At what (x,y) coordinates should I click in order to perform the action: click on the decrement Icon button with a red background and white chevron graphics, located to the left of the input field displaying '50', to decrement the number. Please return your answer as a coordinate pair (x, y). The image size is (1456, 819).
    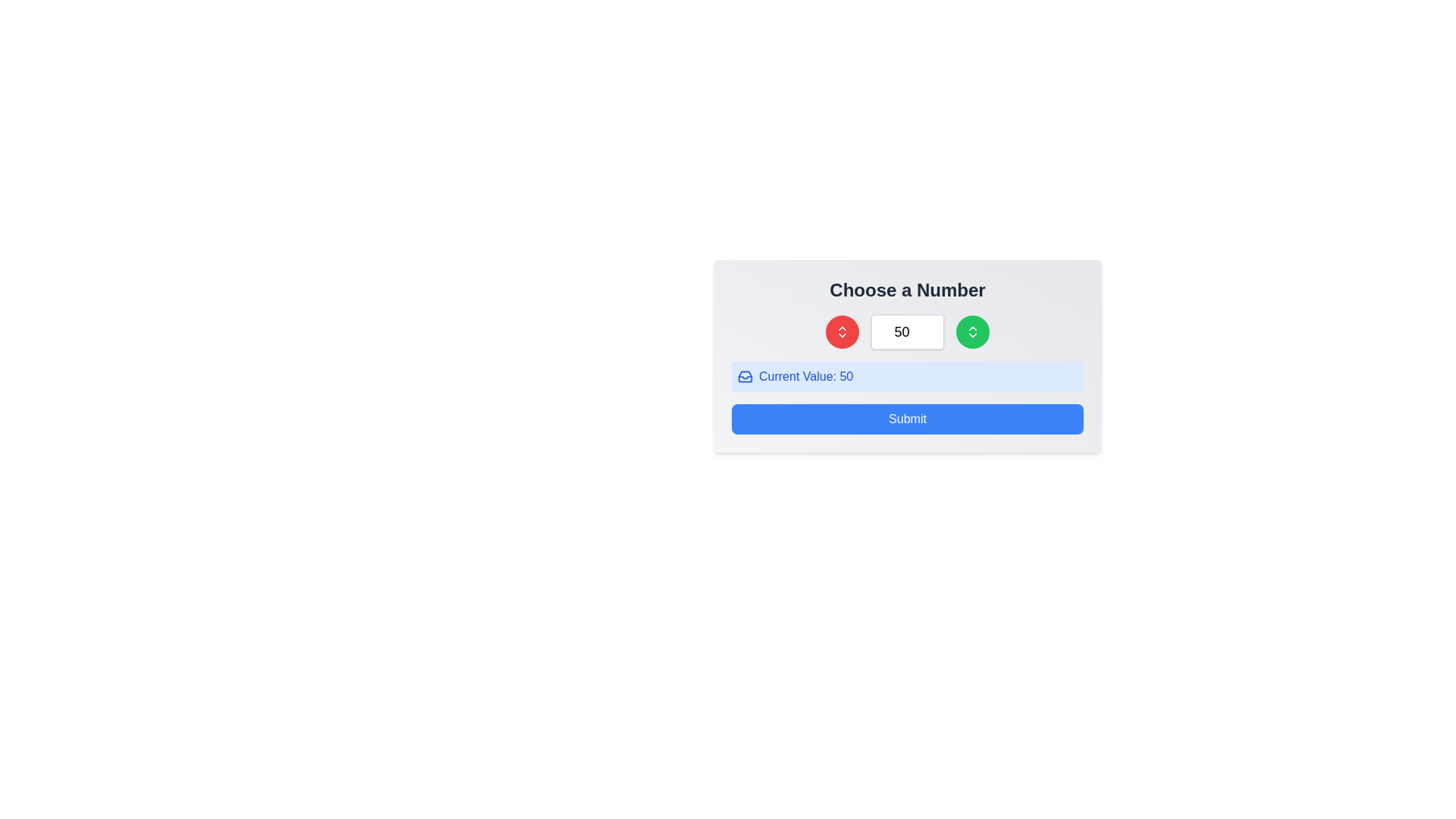
    Looking at the image, I should click on (841, 331).